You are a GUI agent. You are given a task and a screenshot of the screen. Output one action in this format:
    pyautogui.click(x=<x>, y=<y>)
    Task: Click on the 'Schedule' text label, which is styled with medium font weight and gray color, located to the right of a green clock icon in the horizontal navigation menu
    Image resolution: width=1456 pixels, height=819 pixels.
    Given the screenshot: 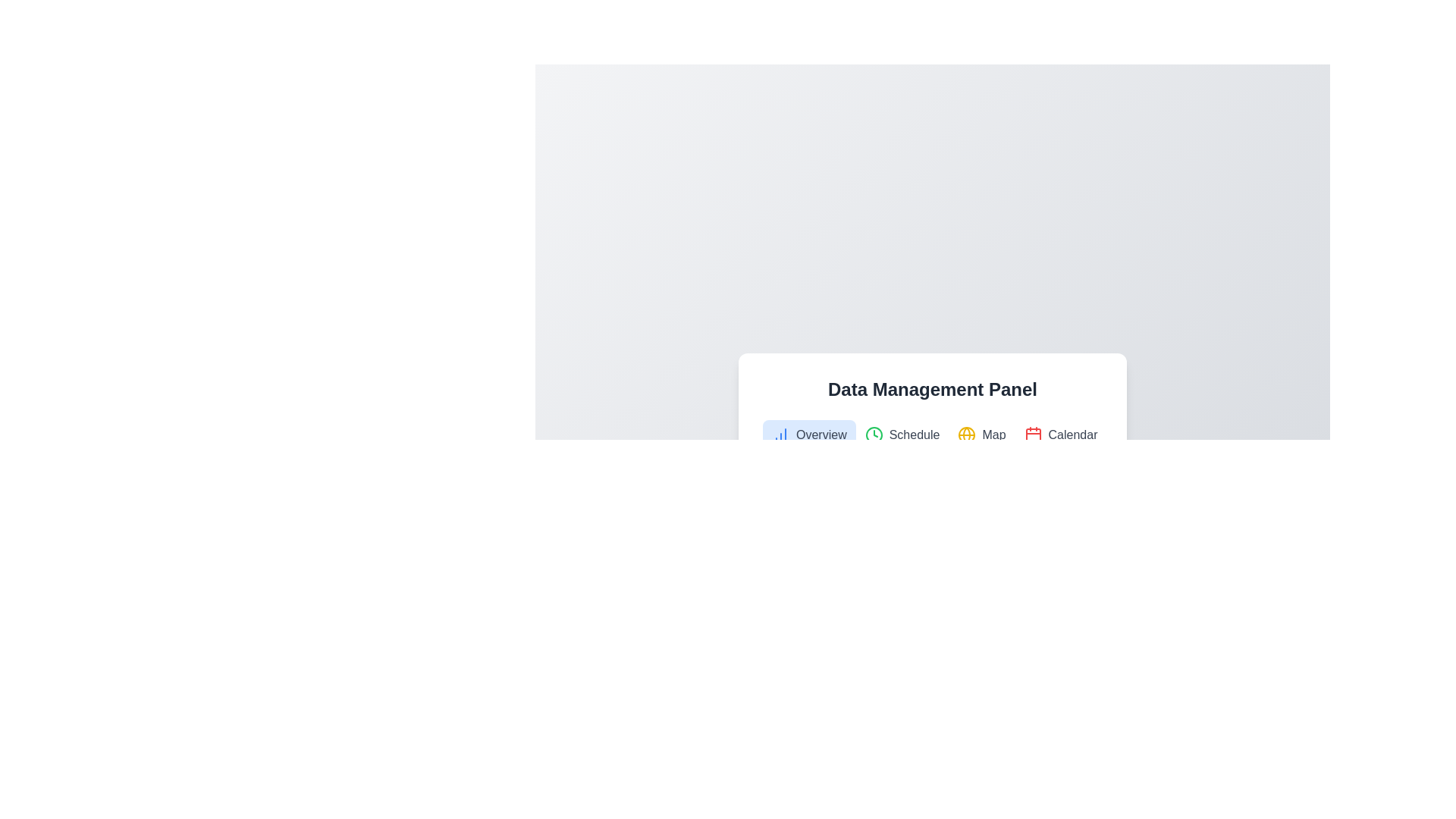 What is the action you would take?
    pyautogui.click(x=914, y=435)
    